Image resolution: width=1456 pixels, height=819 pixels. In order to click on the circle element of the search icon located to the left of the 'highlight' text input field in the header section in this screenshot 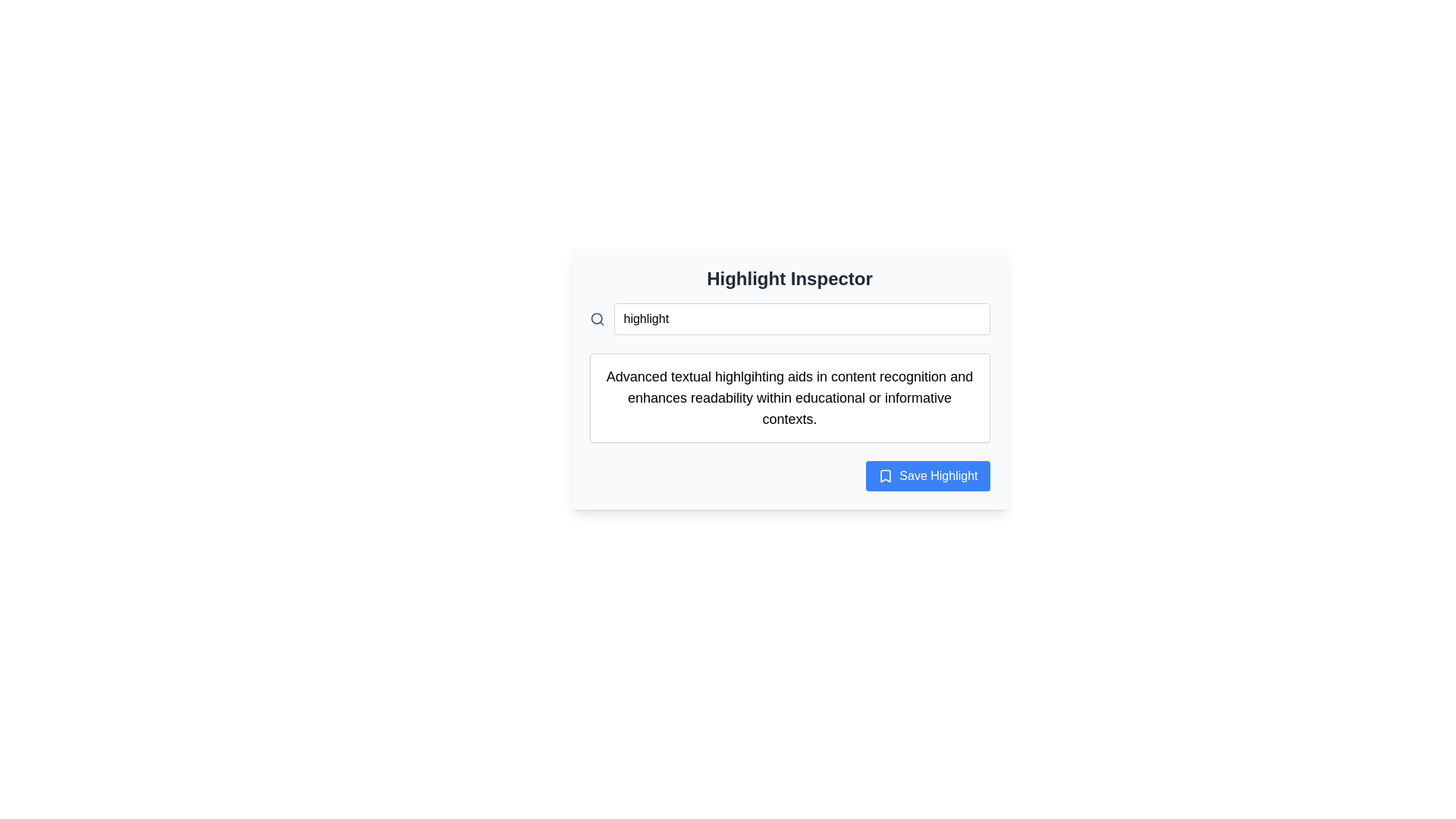, I will do `click(595, 318)`.